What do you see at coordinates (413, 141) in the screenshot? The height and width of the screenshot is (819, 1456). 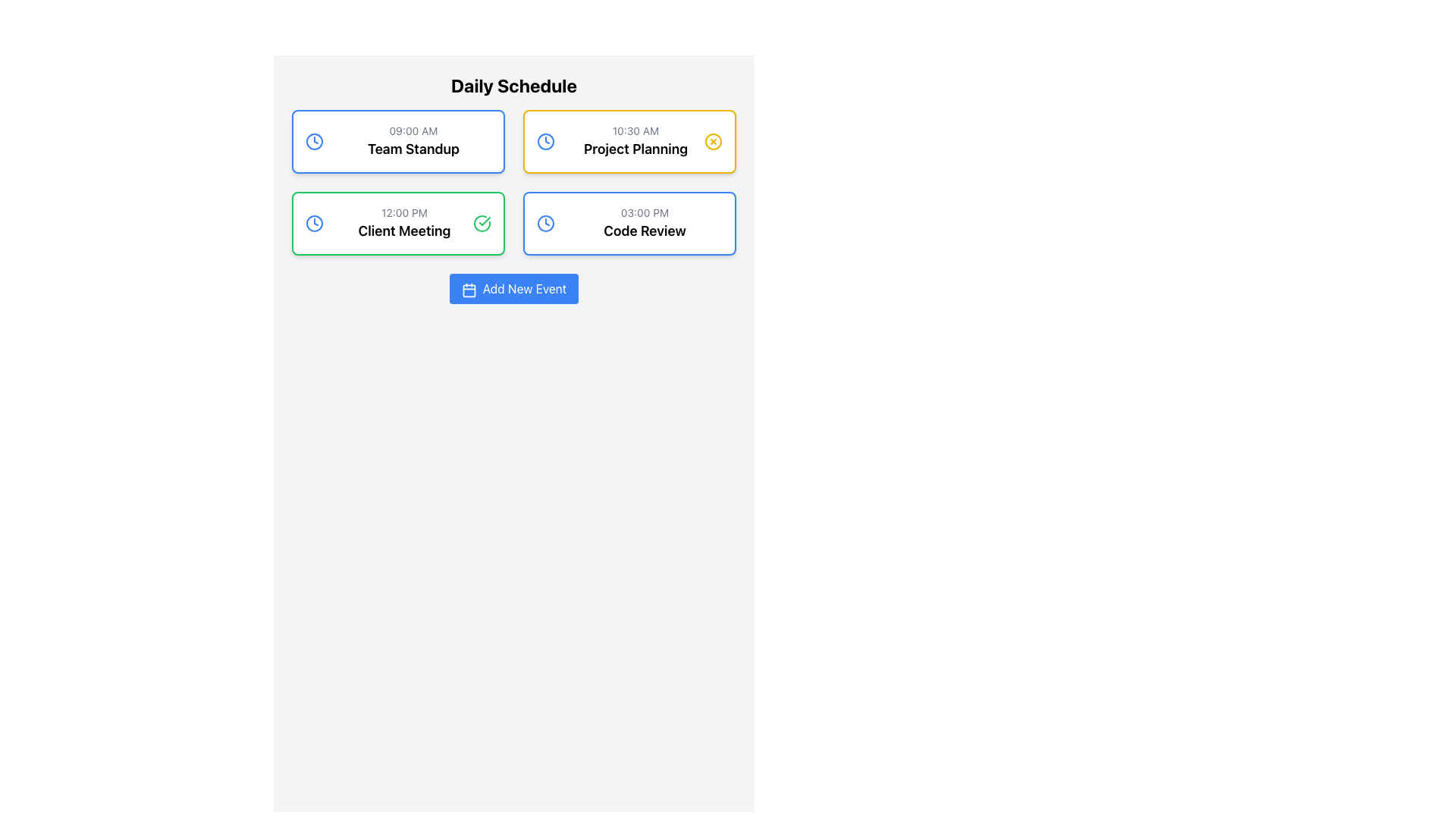 I see `the event card representing the event in the daily schedule for navigation through keyboard inputs` at bounding box center [413, 141].